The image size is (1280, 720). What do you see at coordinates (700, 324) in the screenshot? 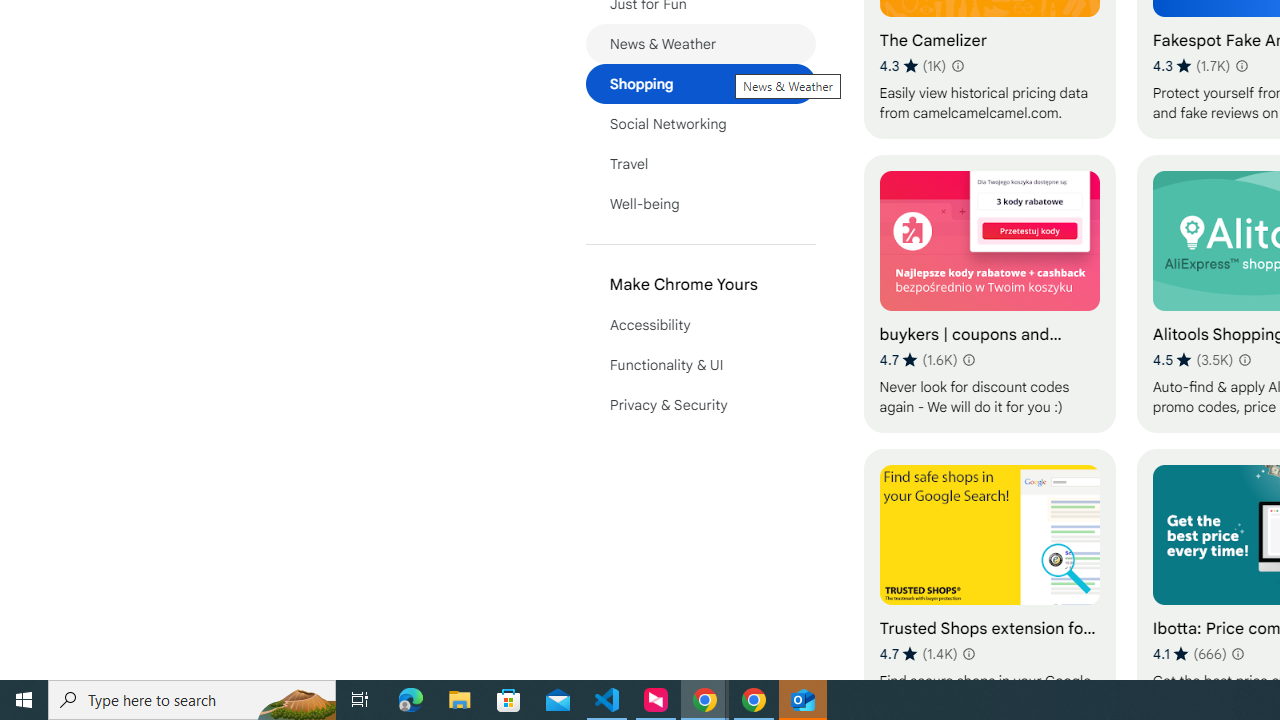
I see `'Accessibility'` at bounding box center [700, 324].